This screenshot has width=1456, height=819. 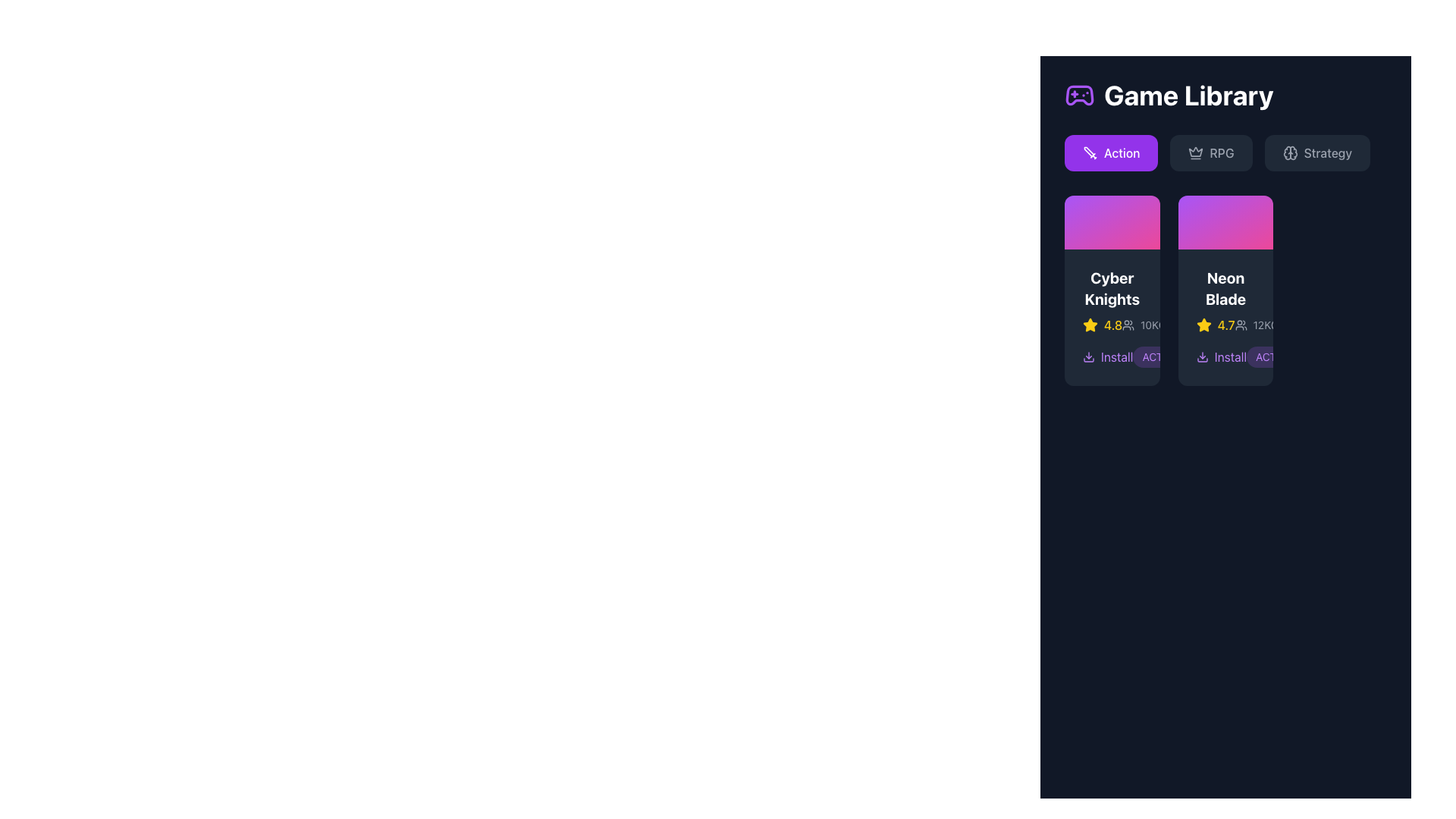 What do you see at coordinates (1225, 288) in the screenshot?
I see `the static text label that identifies the game 'Neon Blade', positioned below the game's thumbnail image in the second game card of the display grid` at bounding box center [1225, 288].